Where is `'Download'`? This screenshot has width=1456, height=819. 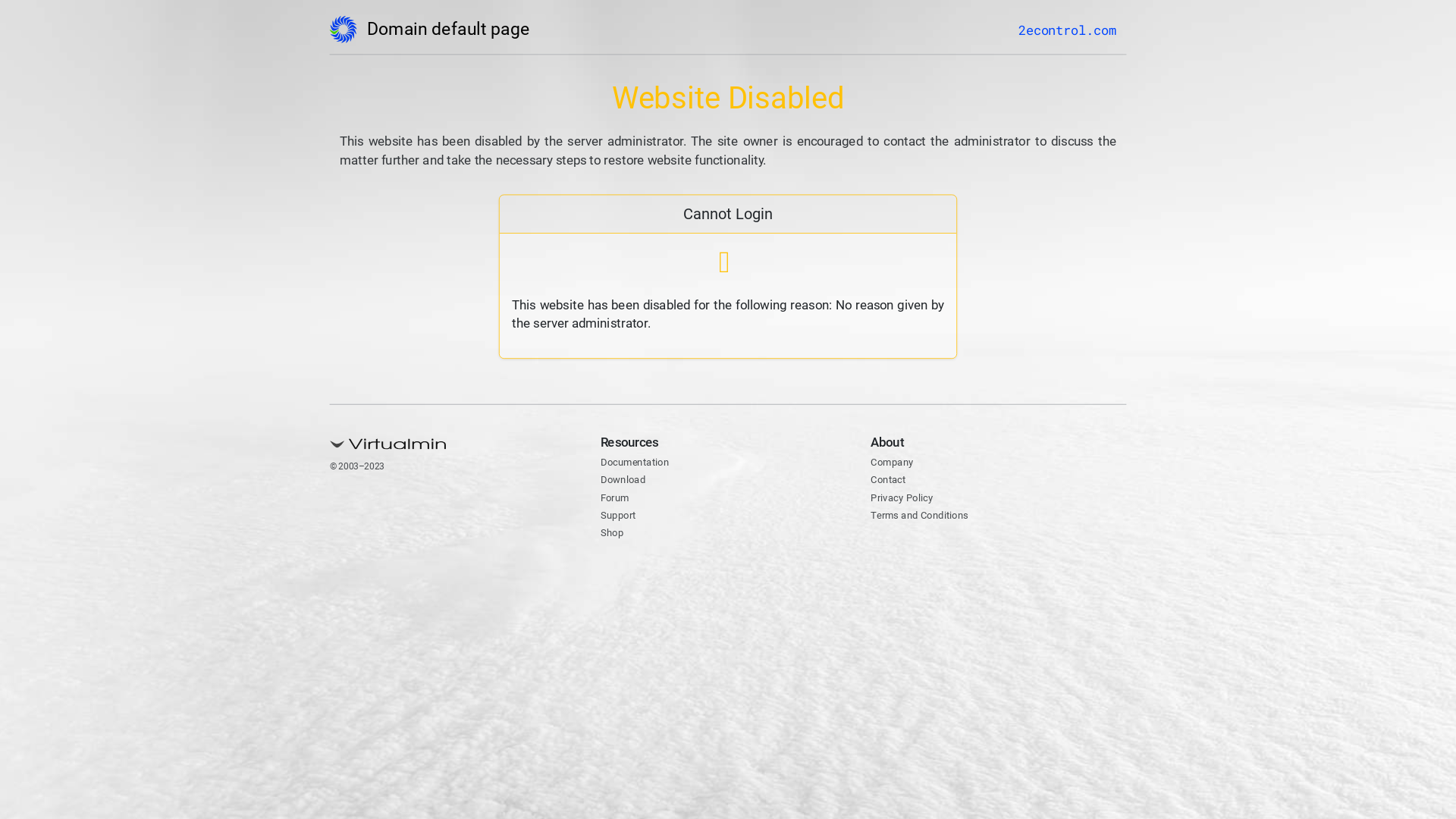
'Download' is located at coordinates (628, 481).